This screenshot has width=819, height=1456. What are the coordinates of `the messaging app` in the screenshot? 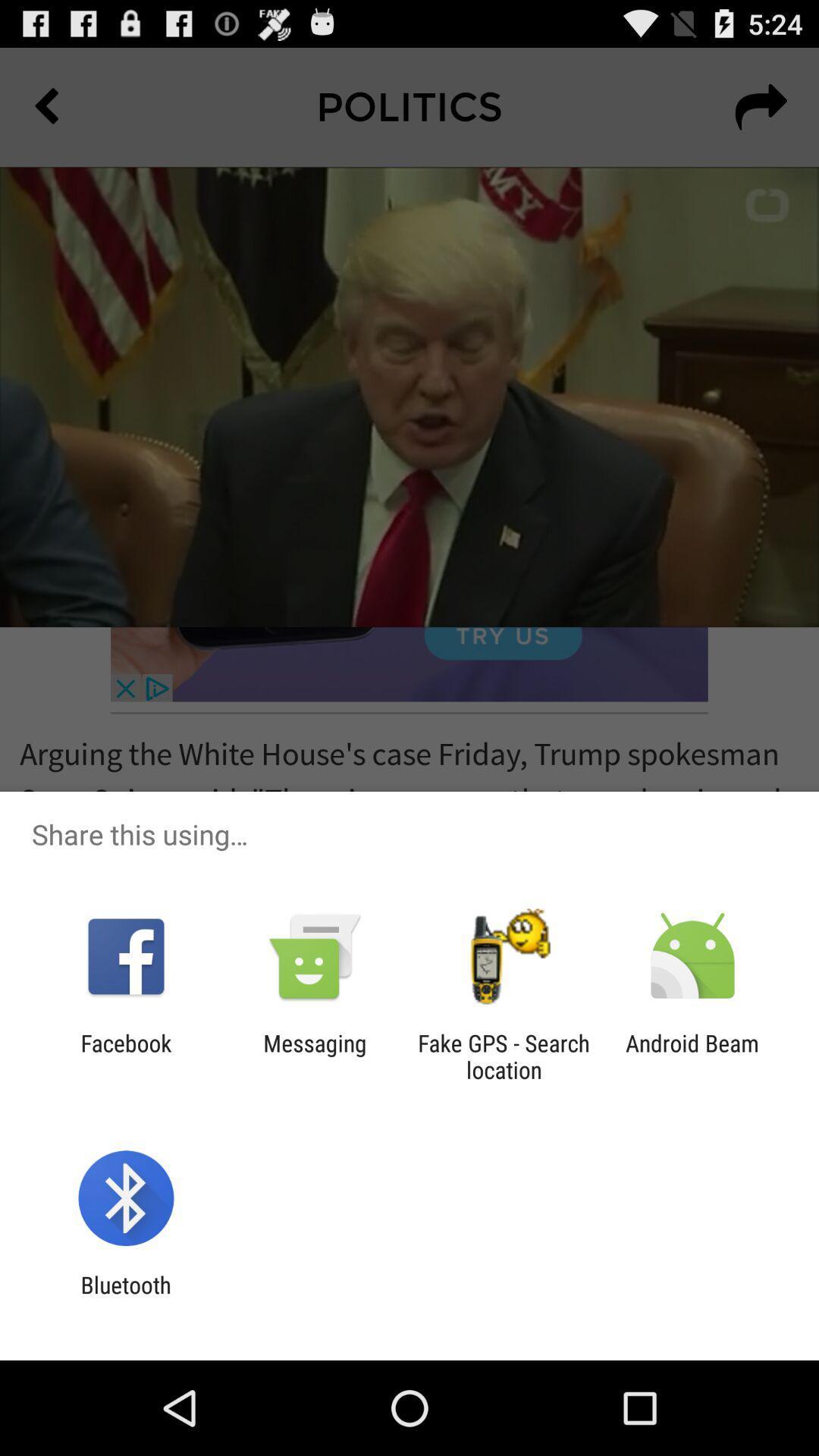 It's located at (314, 1056).